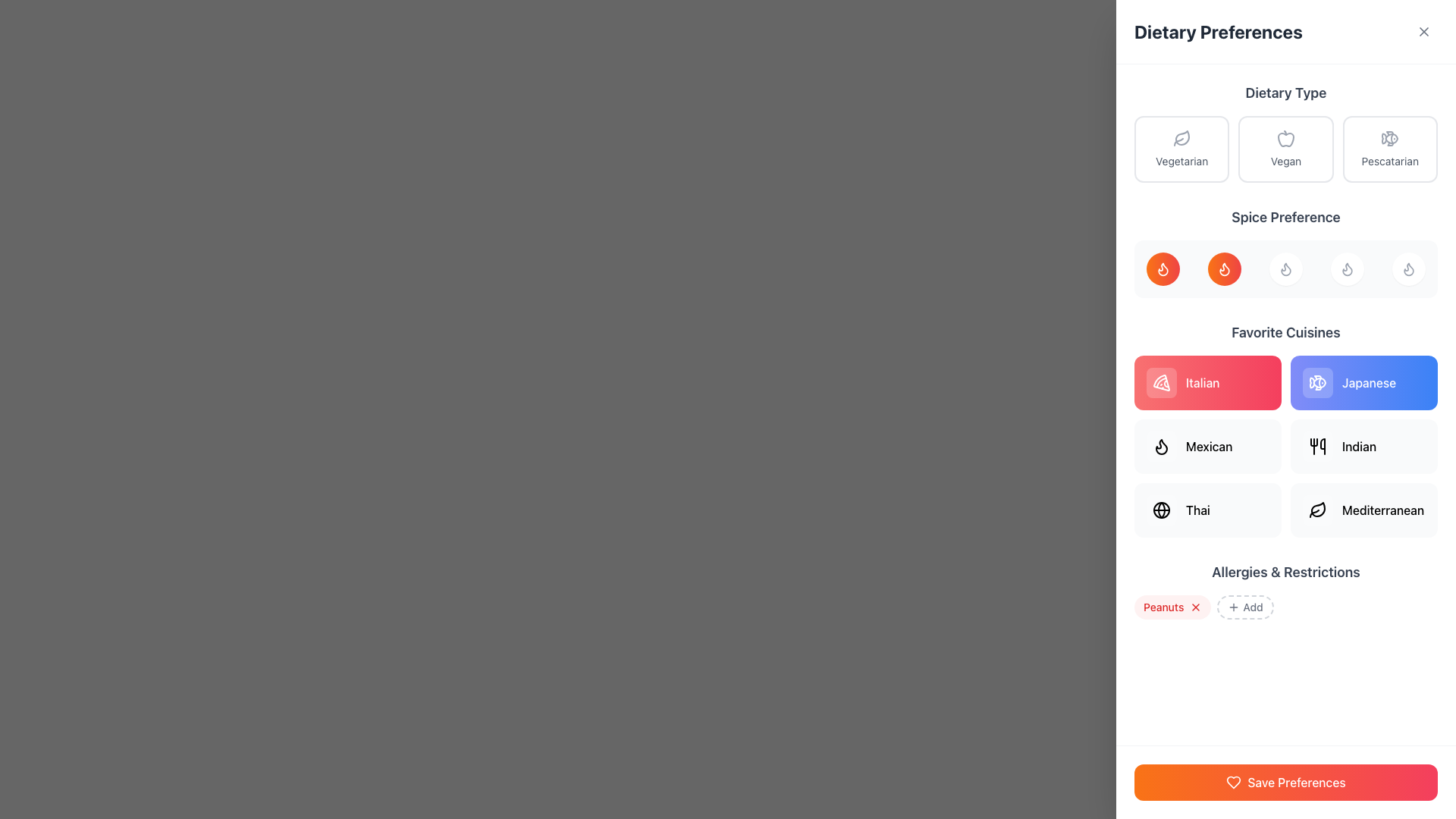  I want to click on the pizza icon that enhances the 'Italian' cuisine button located in the top-left of the 'Favorite Cuisines' section, so click(1160, 382).